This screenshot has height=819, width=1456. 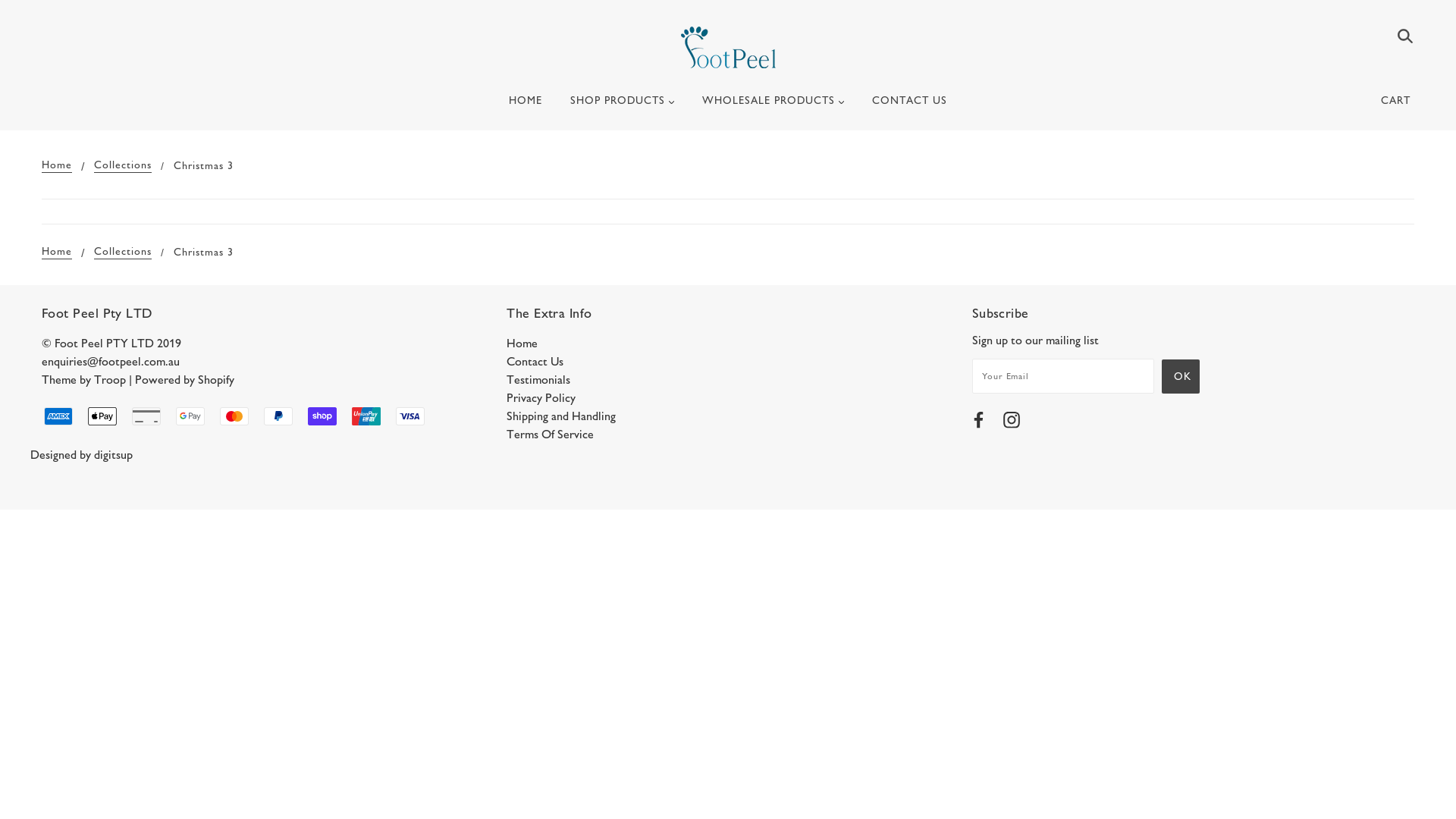 I want to click on 'Collections', so click(x=123, y=251).